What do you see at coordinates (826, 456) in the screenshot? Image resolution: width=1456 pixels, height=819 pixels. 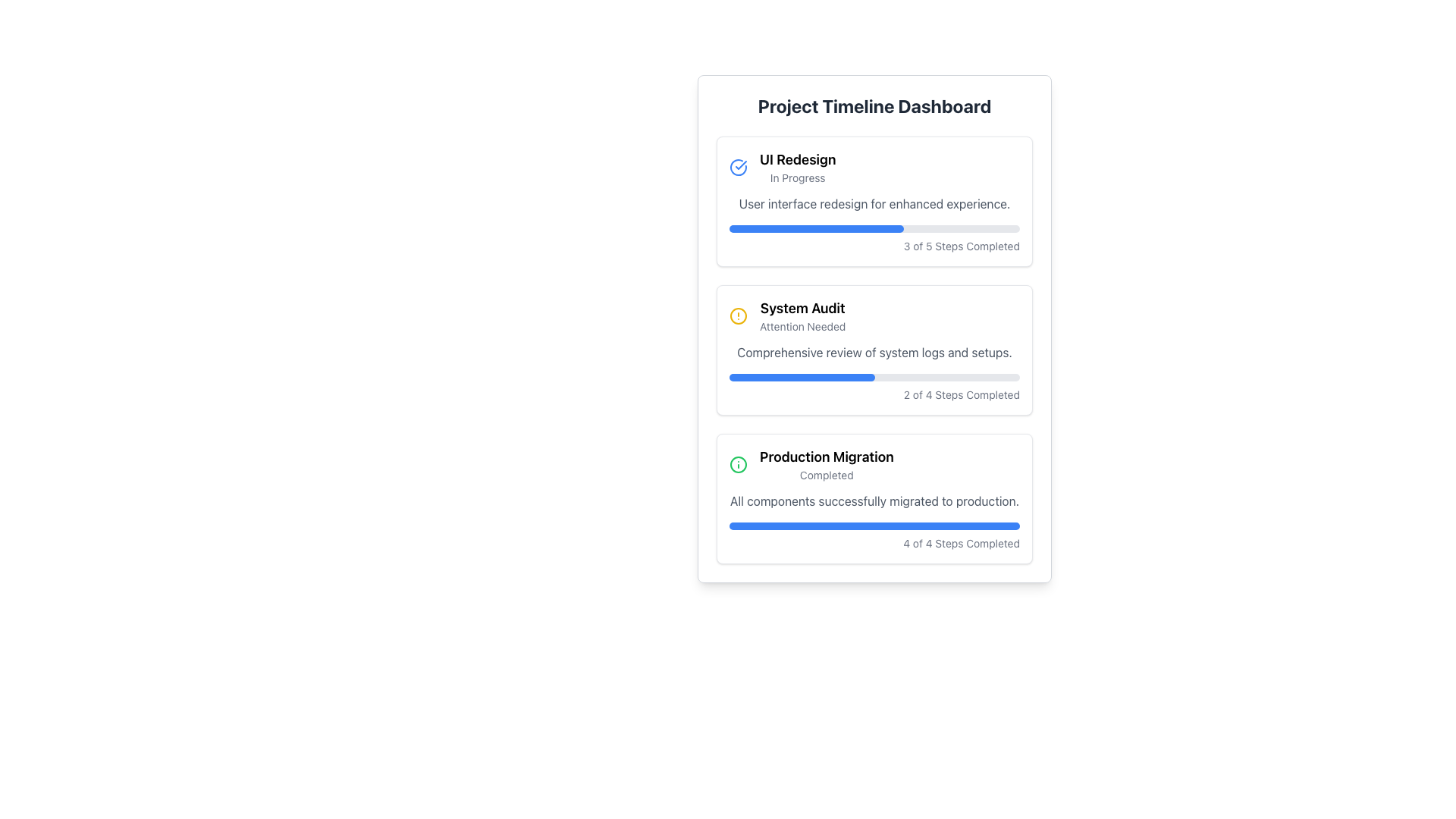 I see `the Text Label indicating 'Production Migration', which serves as the title or heading for the associated content in the third card of a vertically stacked list` at bounding box center [826, 456].